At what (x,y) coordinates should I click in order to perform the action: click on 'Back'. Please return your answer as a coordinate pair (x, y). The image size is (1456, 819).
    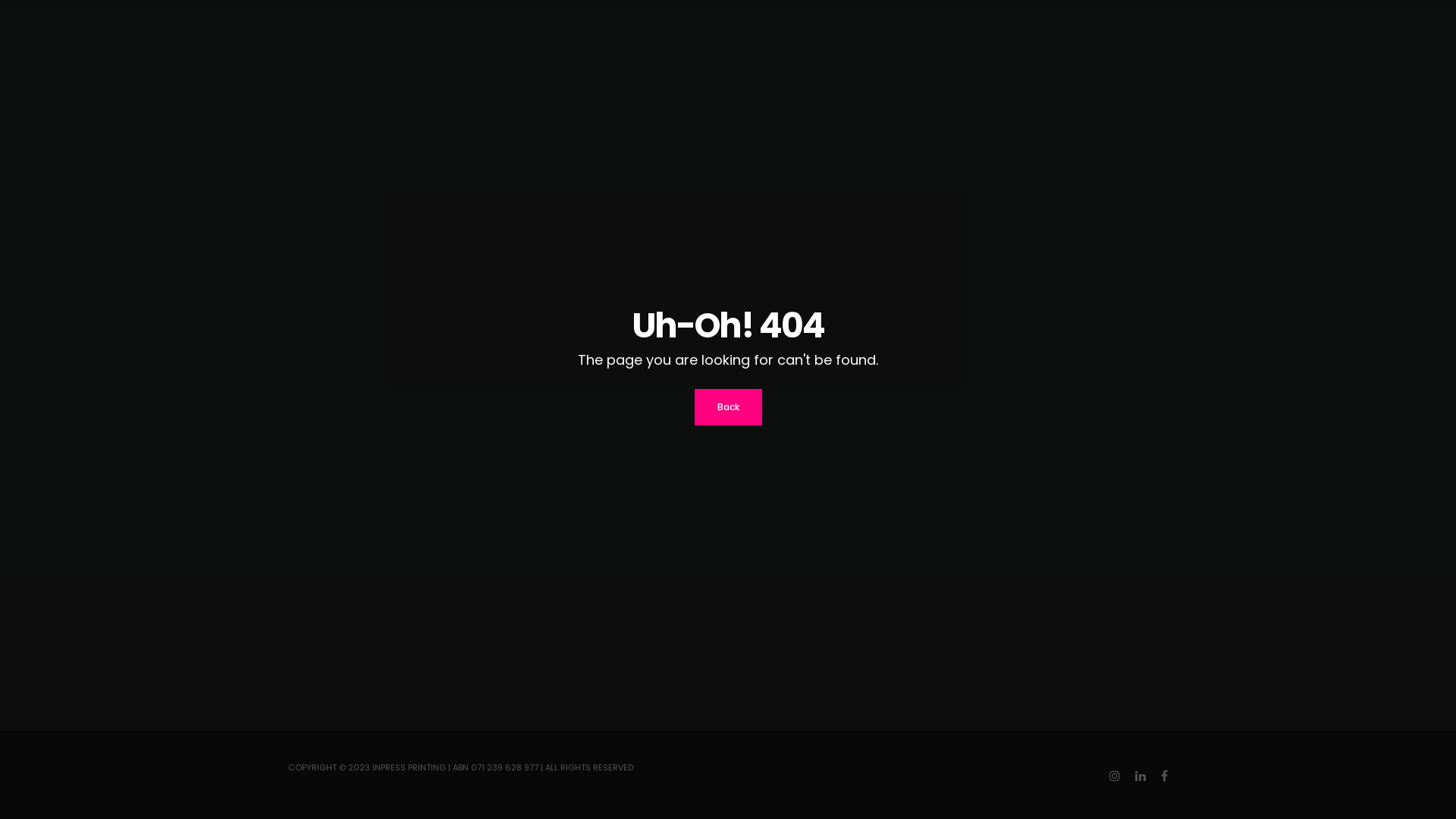
    Looking at the image, I should click on (694, 406).